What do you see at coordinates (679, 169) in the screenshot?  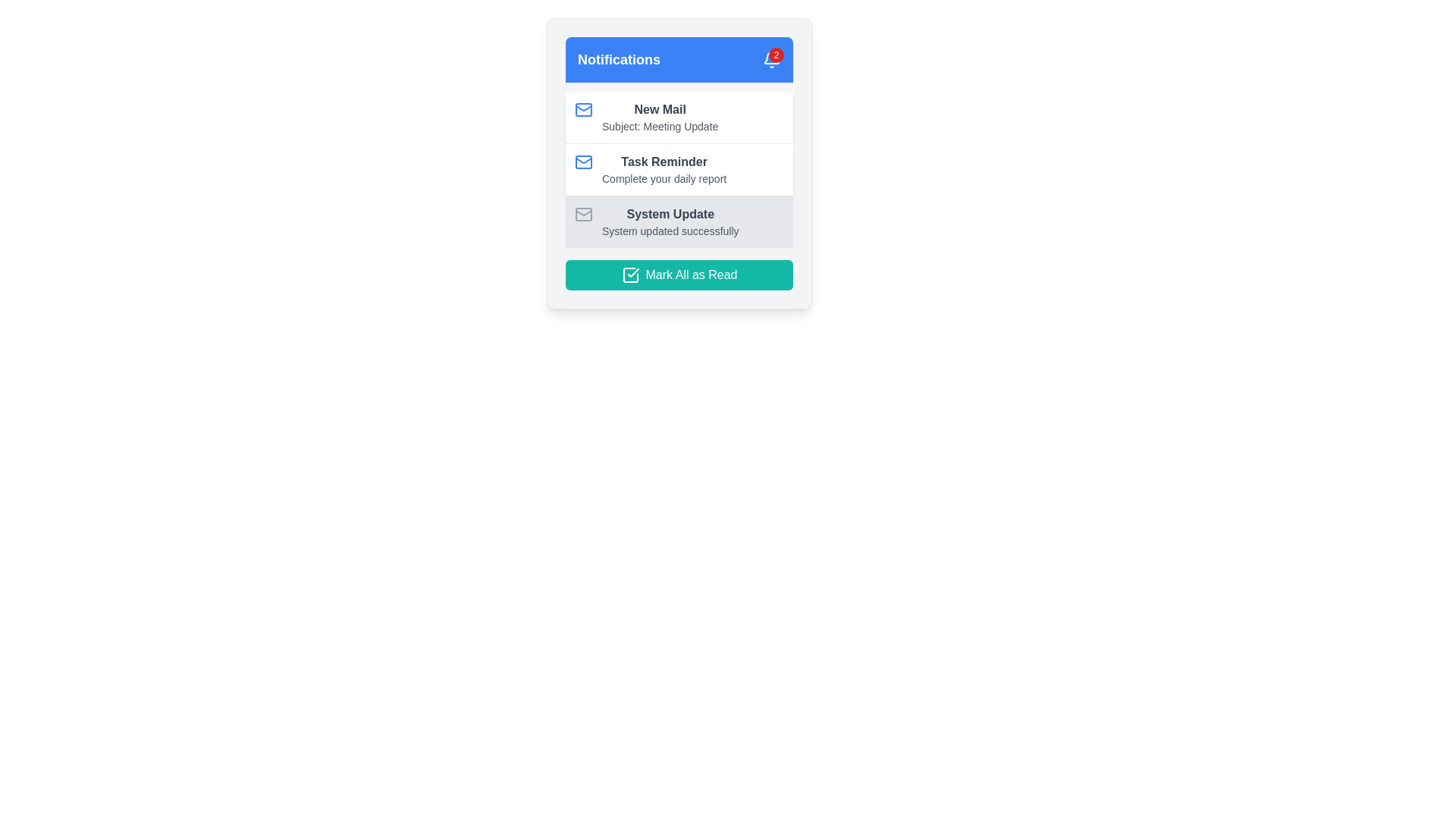 I see `the second notification item in the 'Notifications' list that reminds the user to complete their daily report` at bounding box center [679, 169].